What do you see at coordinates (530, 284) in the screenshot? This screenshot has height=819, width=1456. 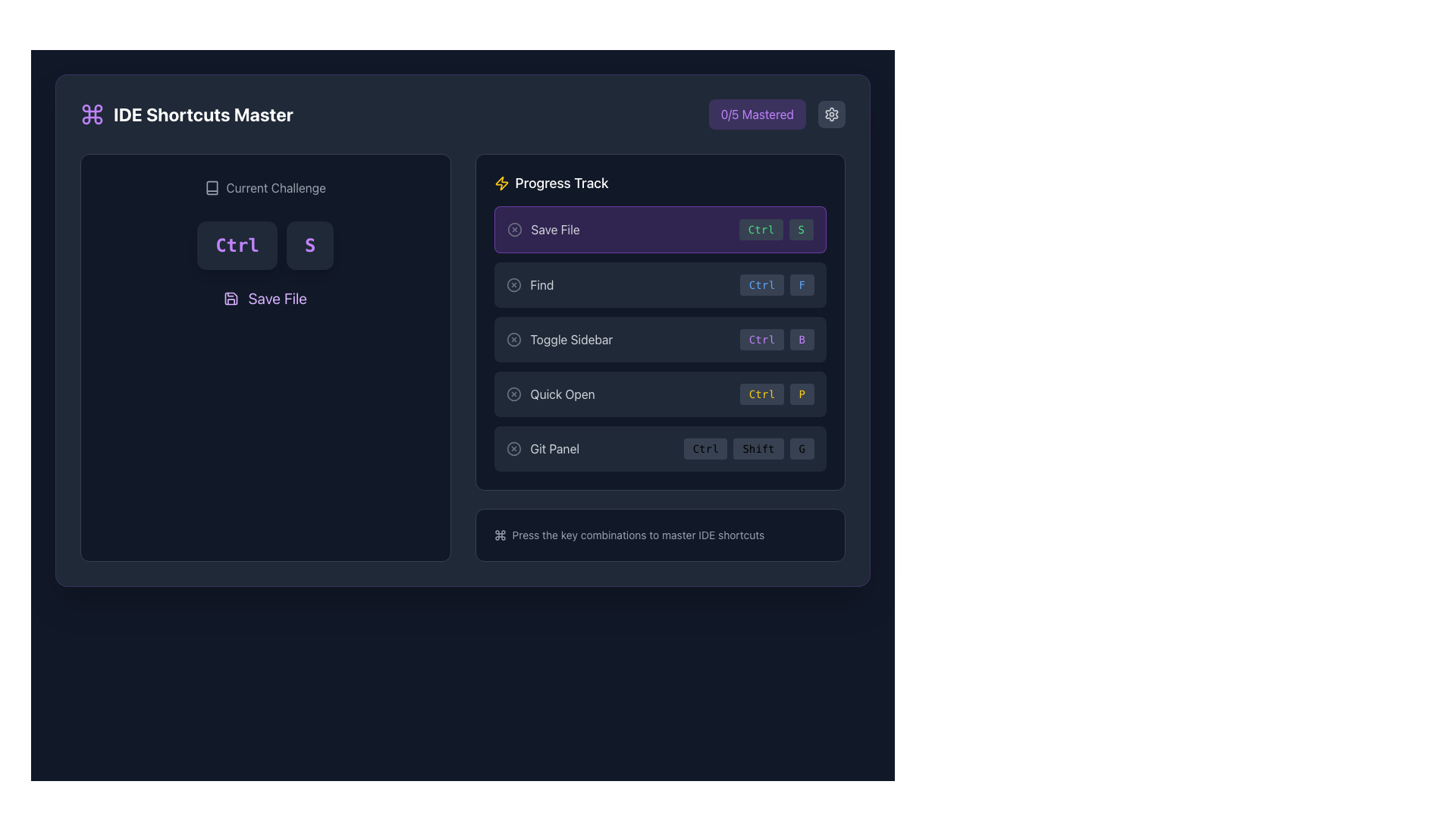 I see `the label with an associated icon for the search functionality located in the second row of the 'Progress Track' panel, positioned leftmost adjacent to additional information` at bounding box center [530, 284].